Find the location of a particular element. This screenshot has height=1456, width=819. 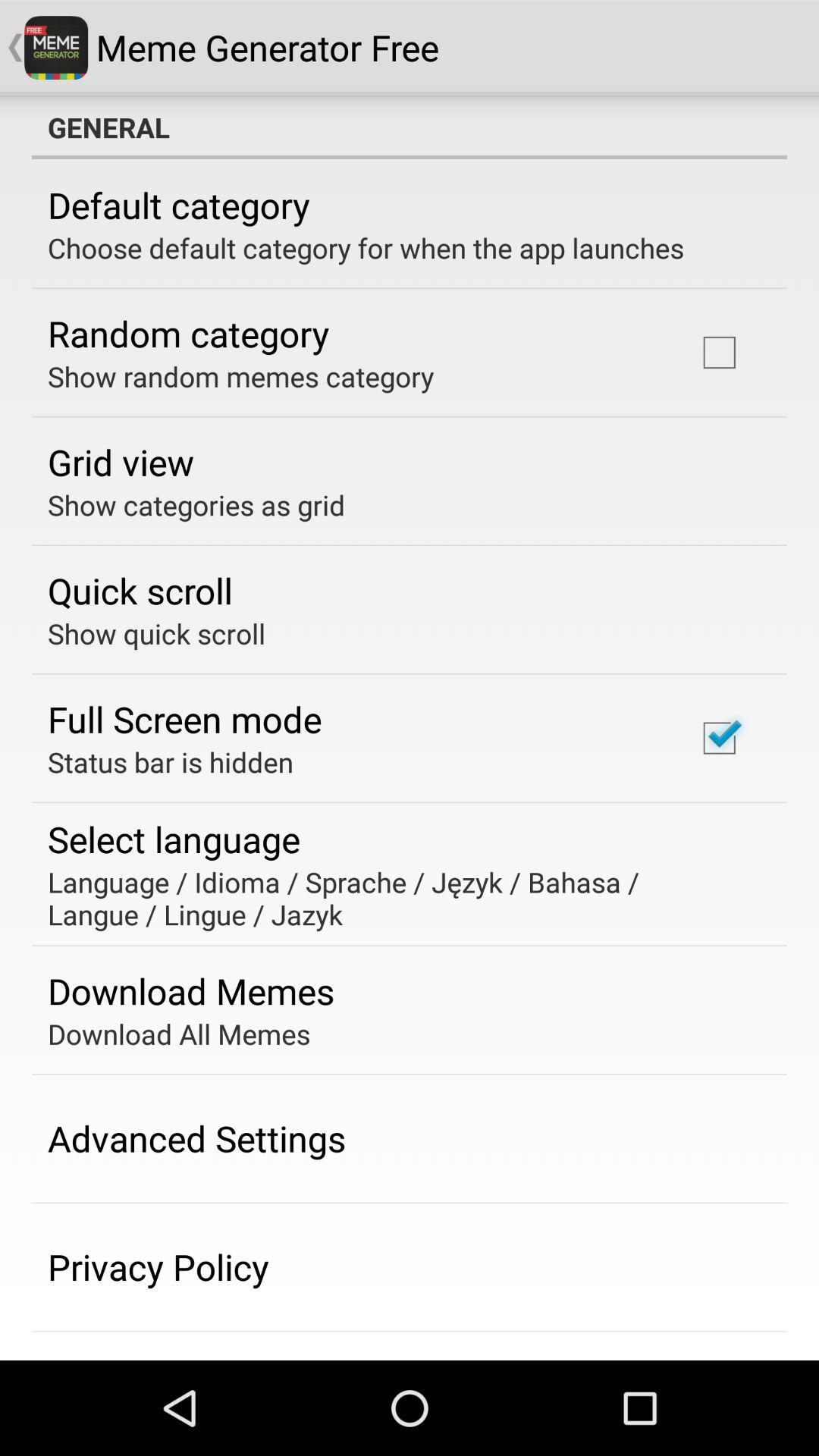

item below select language item is located at coordinates (398, 898).